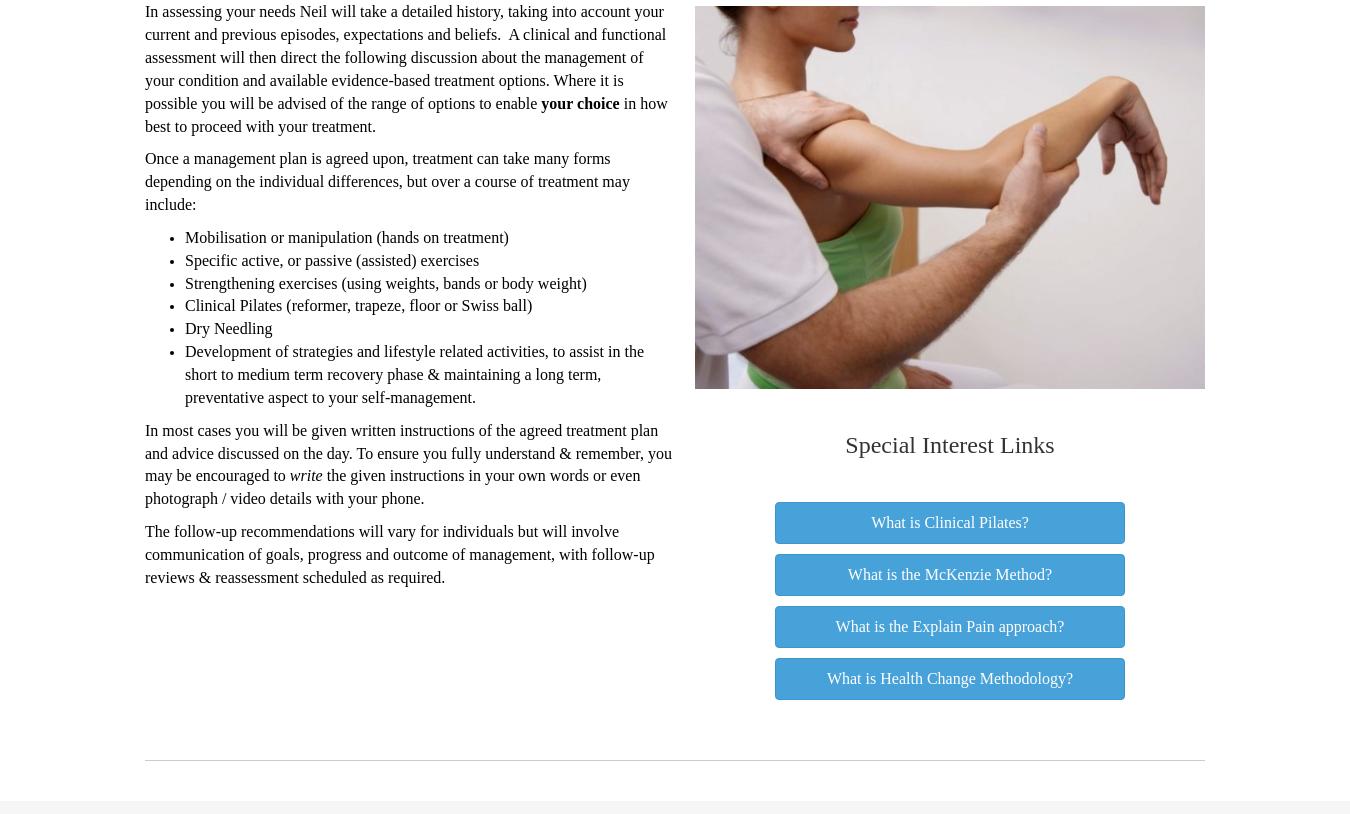  I want to click on 'write', so click(288, 474).